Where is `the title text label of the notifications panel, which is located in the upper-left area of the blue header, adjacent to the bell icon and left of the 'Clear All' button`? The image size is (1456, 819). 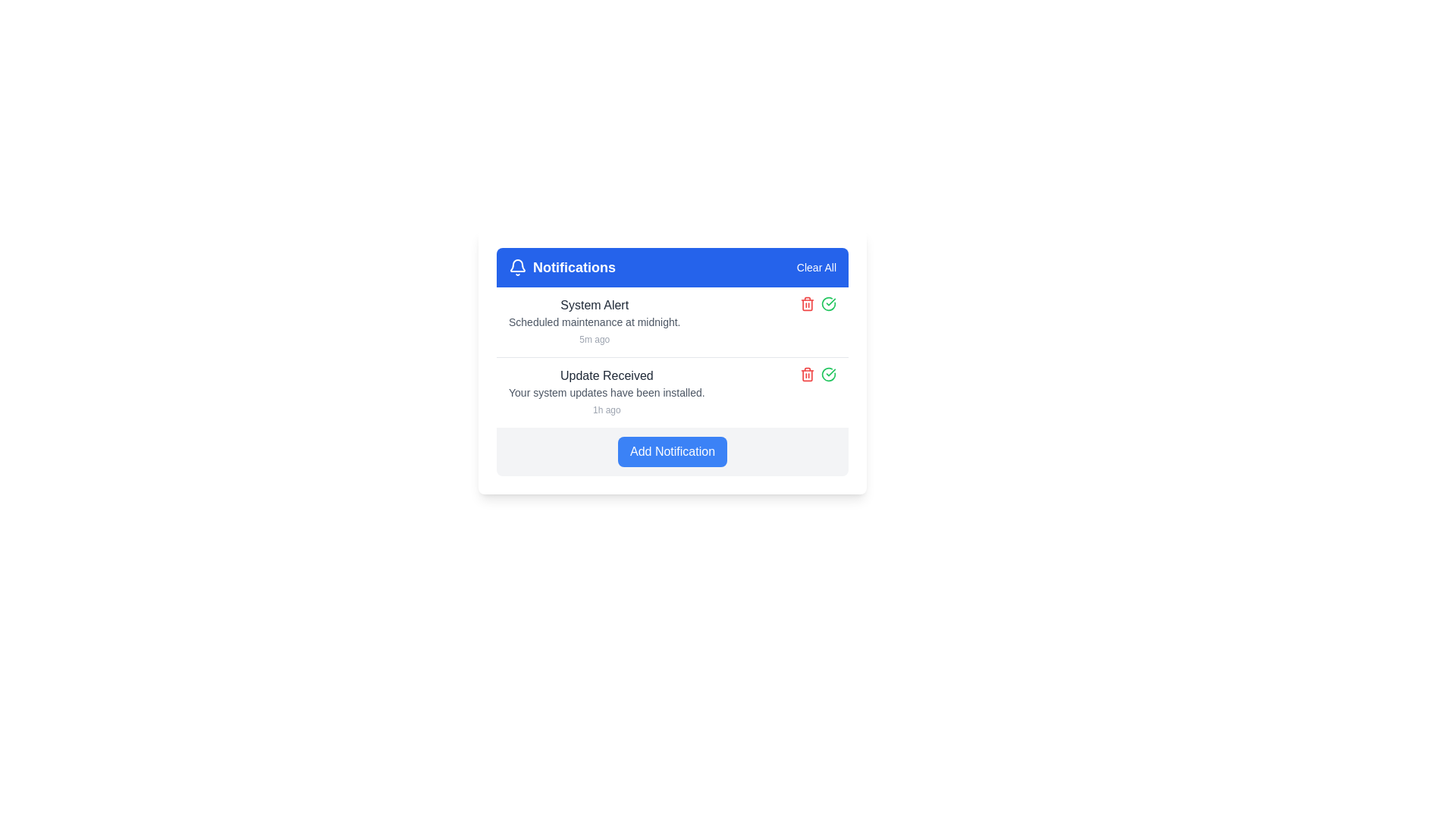 the title text label of the notifications panel, which is located in the upper-left area of the blue header, adjacent to the bell icon and left of the 'Clear All' button is located at coordinates (561, 267).